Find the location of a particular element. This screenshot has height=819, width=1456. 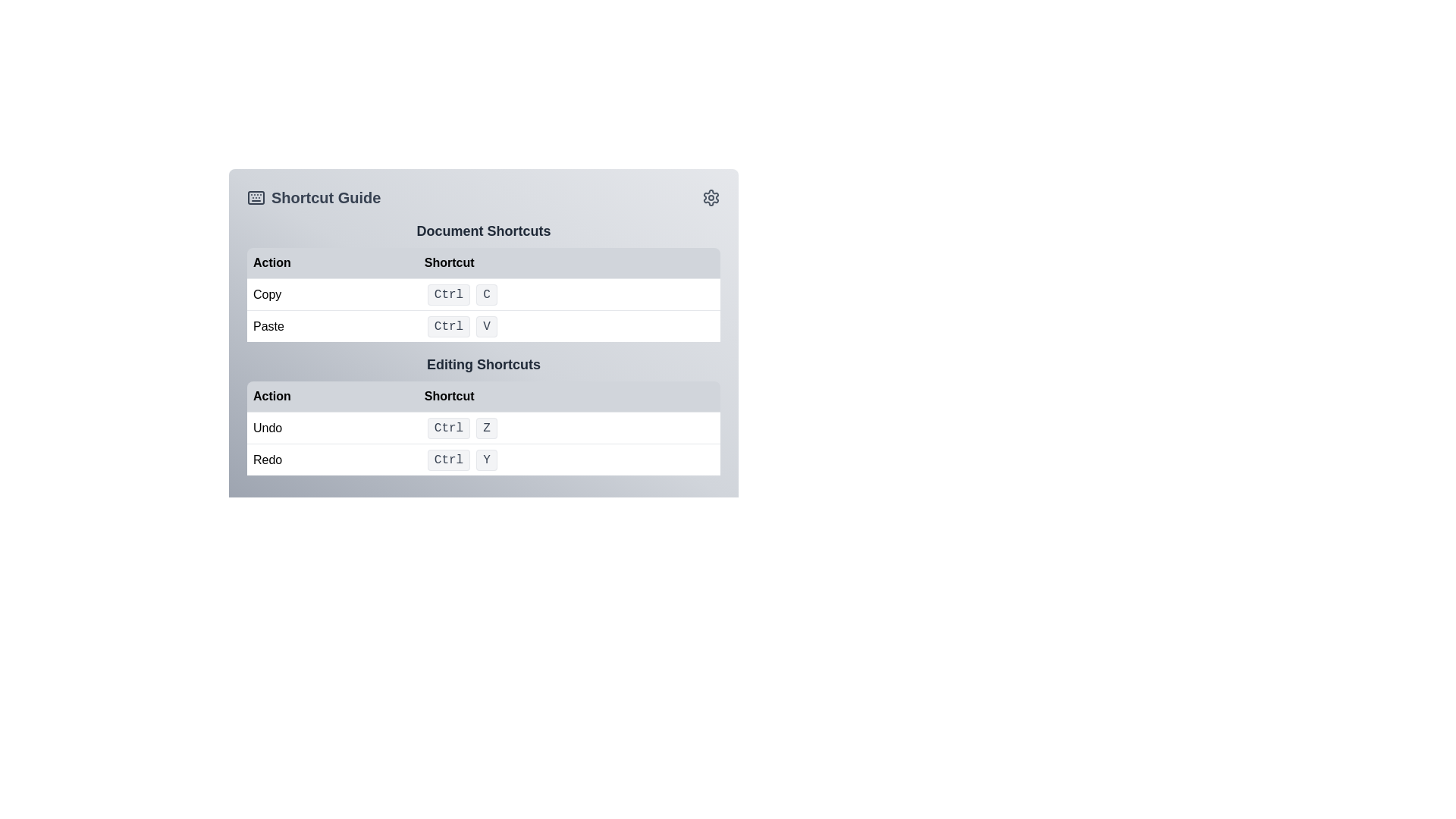

the 'Undo' and 'Redo' keyboard shortcuts display element in the 'Editing Shortcuts' section of the 'Shortcut Guide' interface is located at coordinates (483, 444).